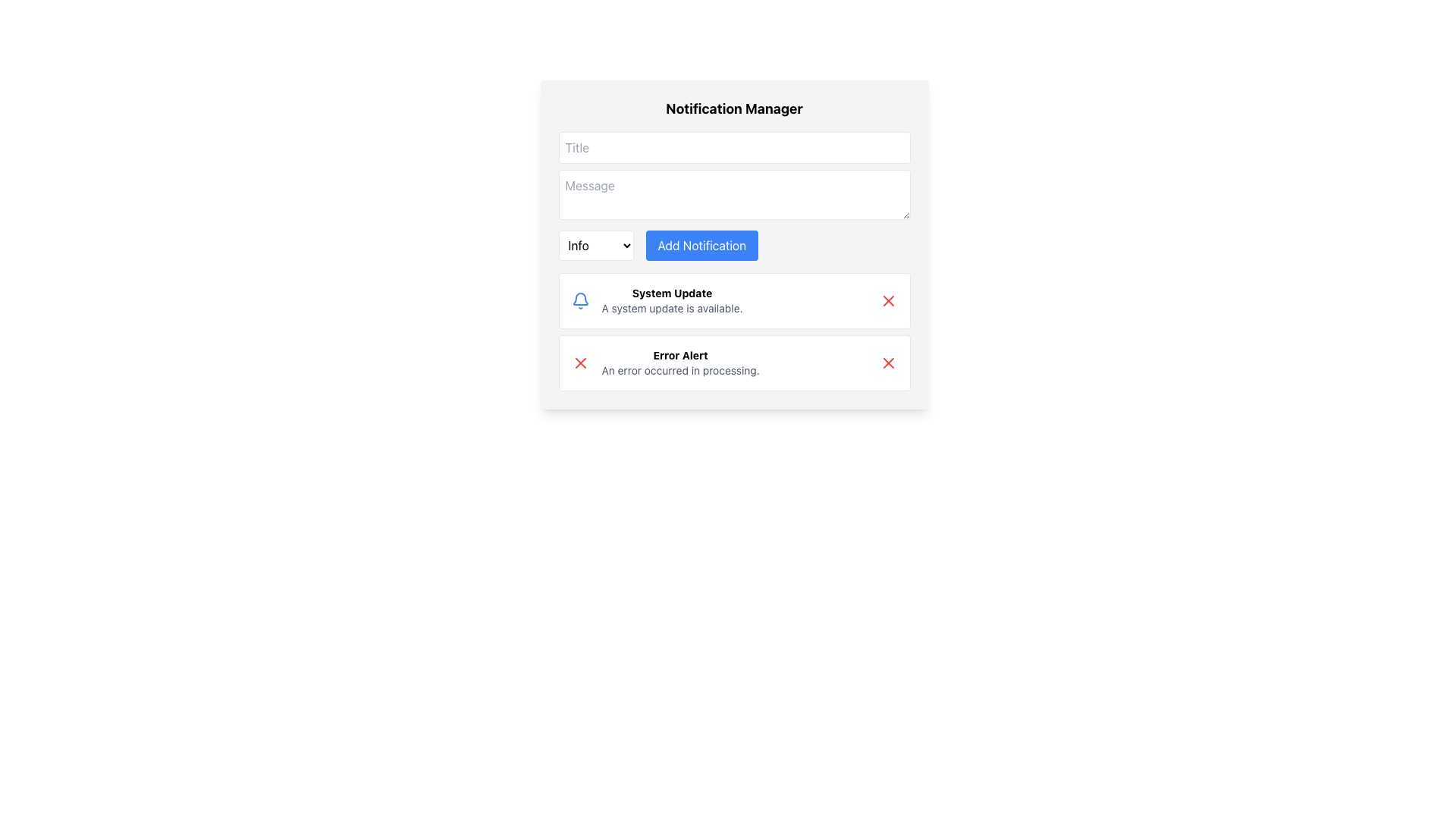  I want to click on the text label displaying 'Error Alert', which is bold and black, located in the notification panel above the description text and to the right of the red delete icon, so click(679, 356).